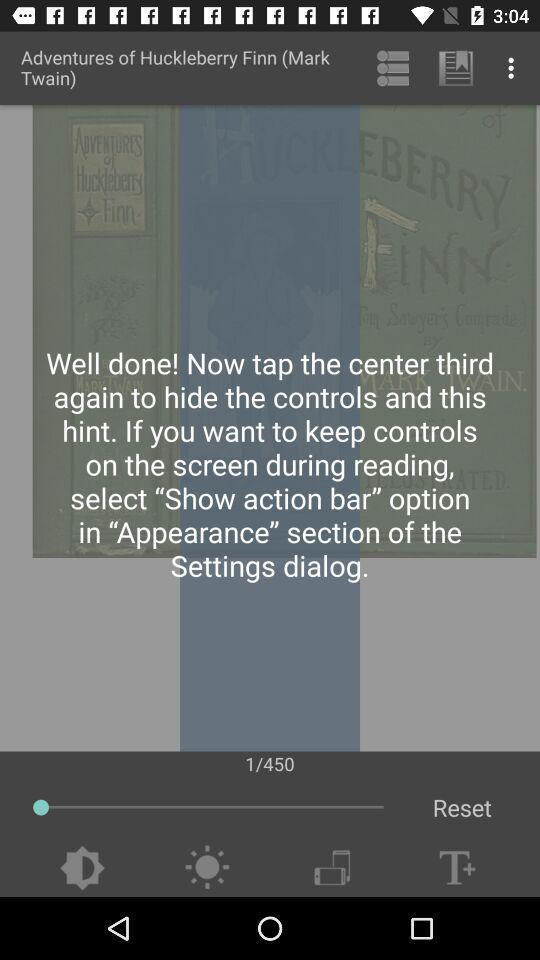 This screenshot has width=540, height=960. I want to click on brightness controller, so click(206, 867).